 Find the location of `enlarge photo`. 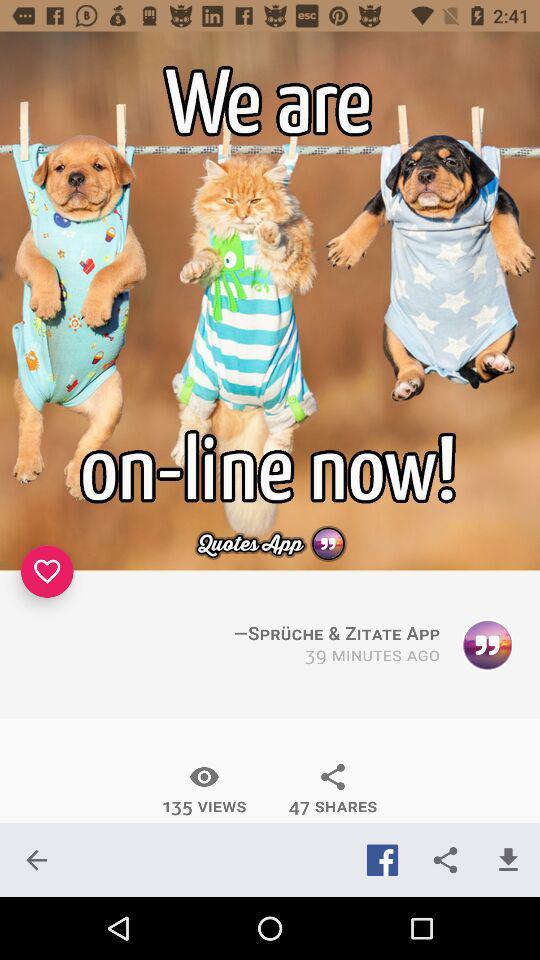

enlarge photo is located at coordinates (270, 301).